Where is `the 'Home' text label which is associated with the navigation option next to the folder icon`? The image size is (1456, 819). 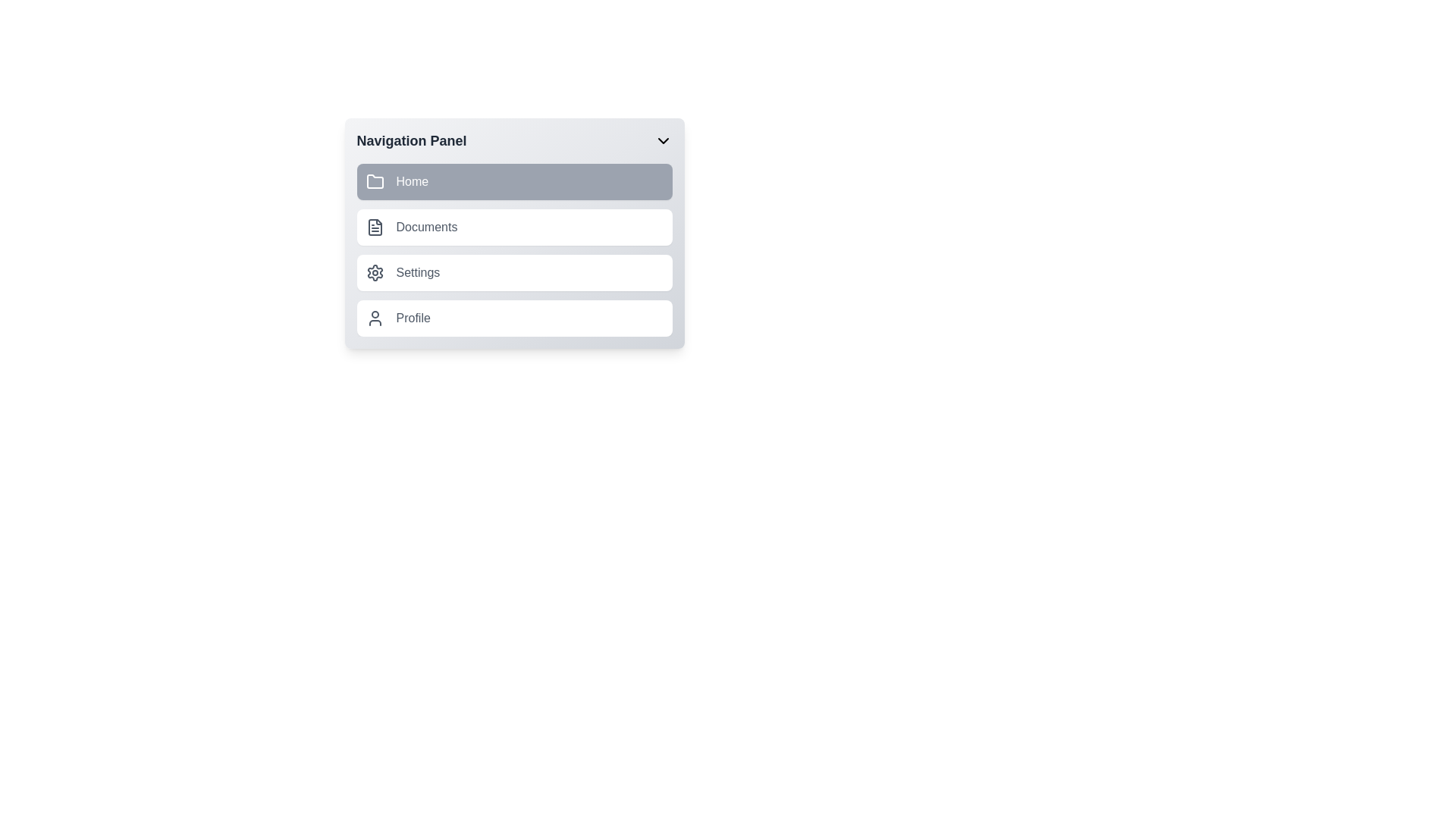
the 'Home' text label which is associated with the navigation option next to the folder icon is located at coordinates (412, 180).